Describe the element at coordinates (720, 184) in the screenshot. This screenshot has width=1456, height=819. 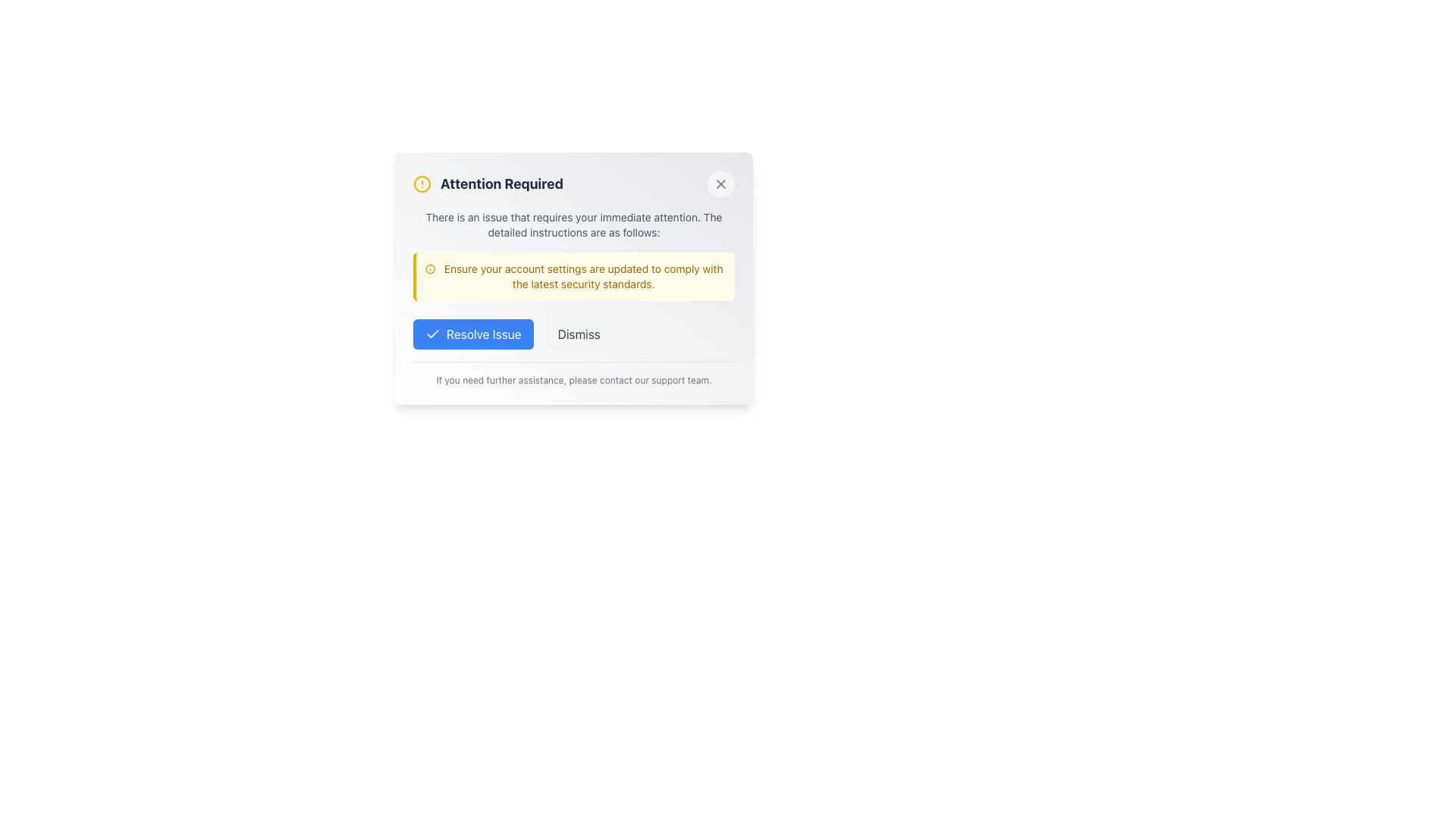
I see `the rounded gray button with an 'X' icon located in the top-right corner of the 'Attention Required' dialog box` at that location.